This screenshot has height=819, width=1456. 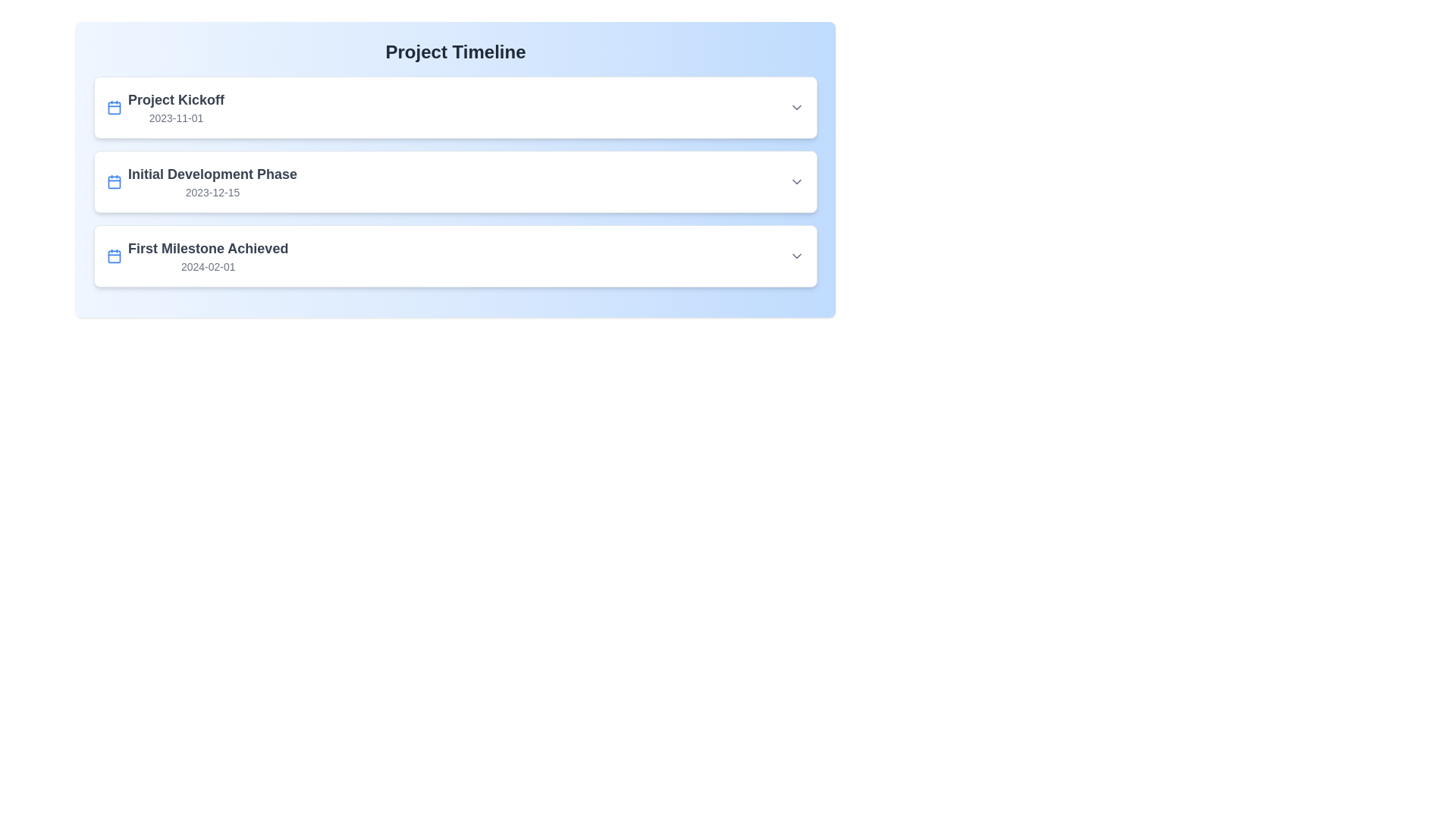 What do you see at coordinates (113, 180) in the screenshot?
I see `calendar-related event icon located in the 'Project Timeline' section, which is the second icon in a vertical list, positioned to the left of the text 'Initial Development Phase' and above the date '2023-12-15'` at bounding box center [113, 180].